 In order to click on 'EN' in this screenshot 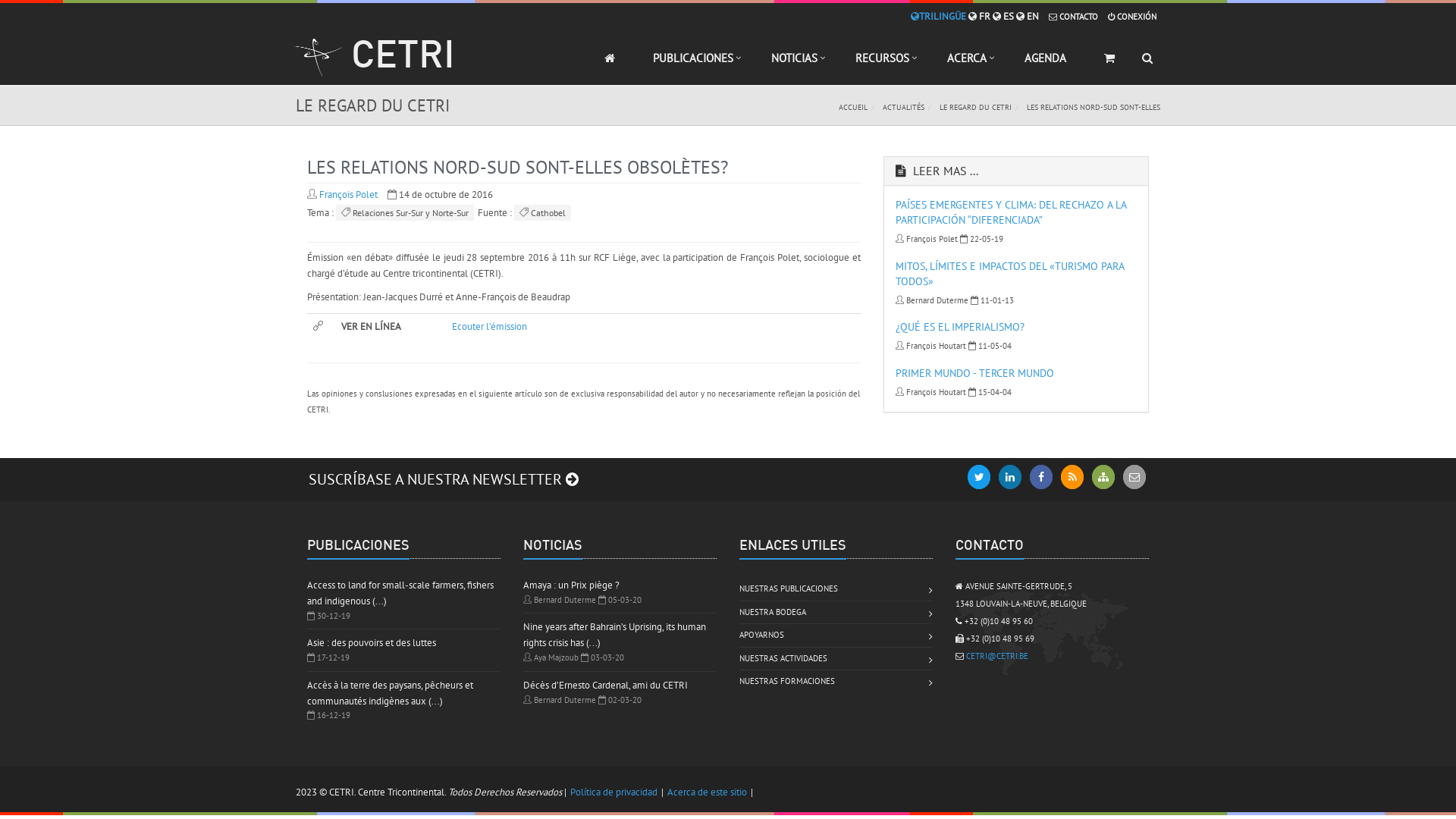, I will do `click(1027, 16)`.